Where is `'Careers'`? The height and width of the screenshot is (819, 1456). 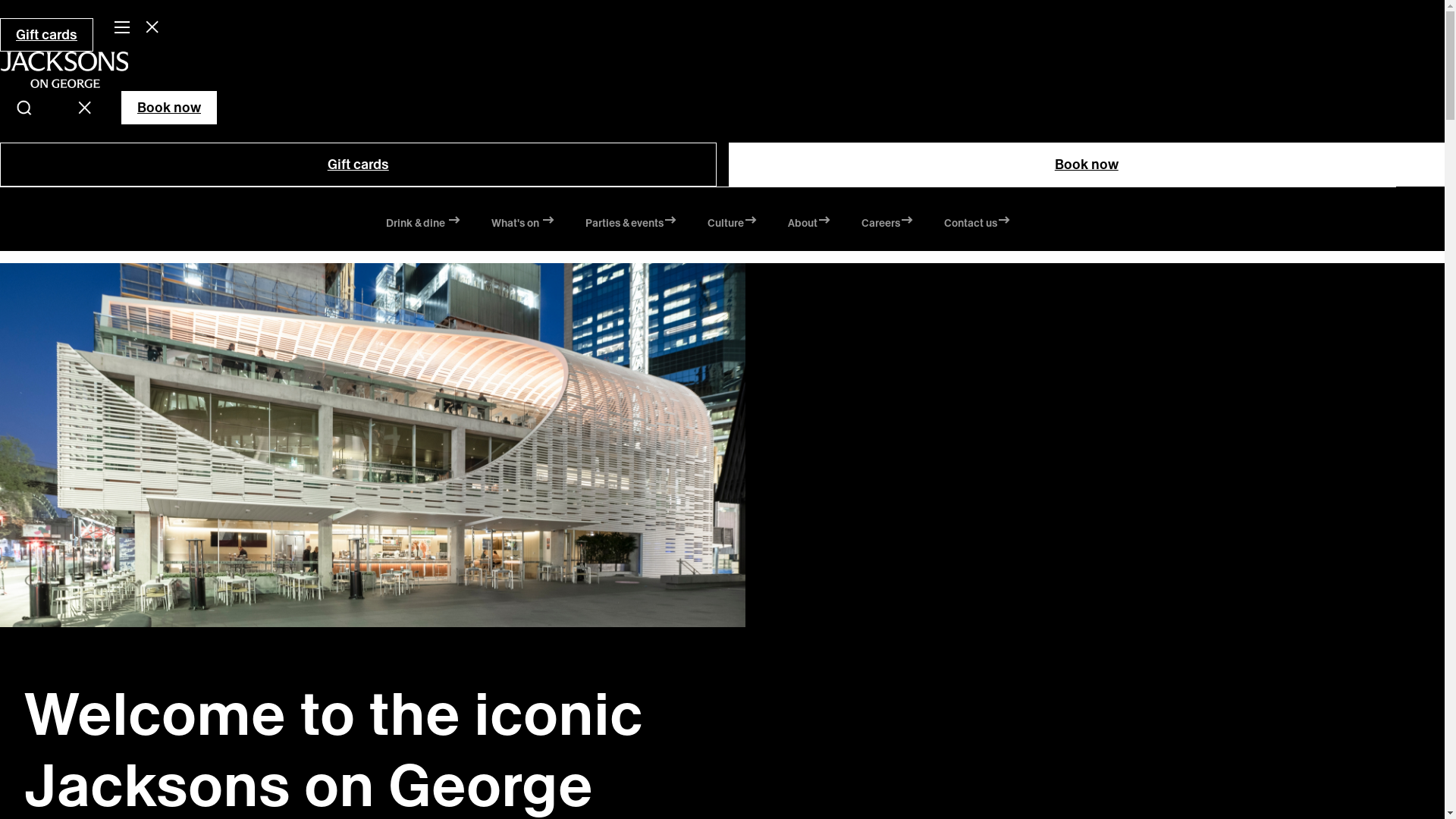
'Careers' is located at coordinates (887, 225).